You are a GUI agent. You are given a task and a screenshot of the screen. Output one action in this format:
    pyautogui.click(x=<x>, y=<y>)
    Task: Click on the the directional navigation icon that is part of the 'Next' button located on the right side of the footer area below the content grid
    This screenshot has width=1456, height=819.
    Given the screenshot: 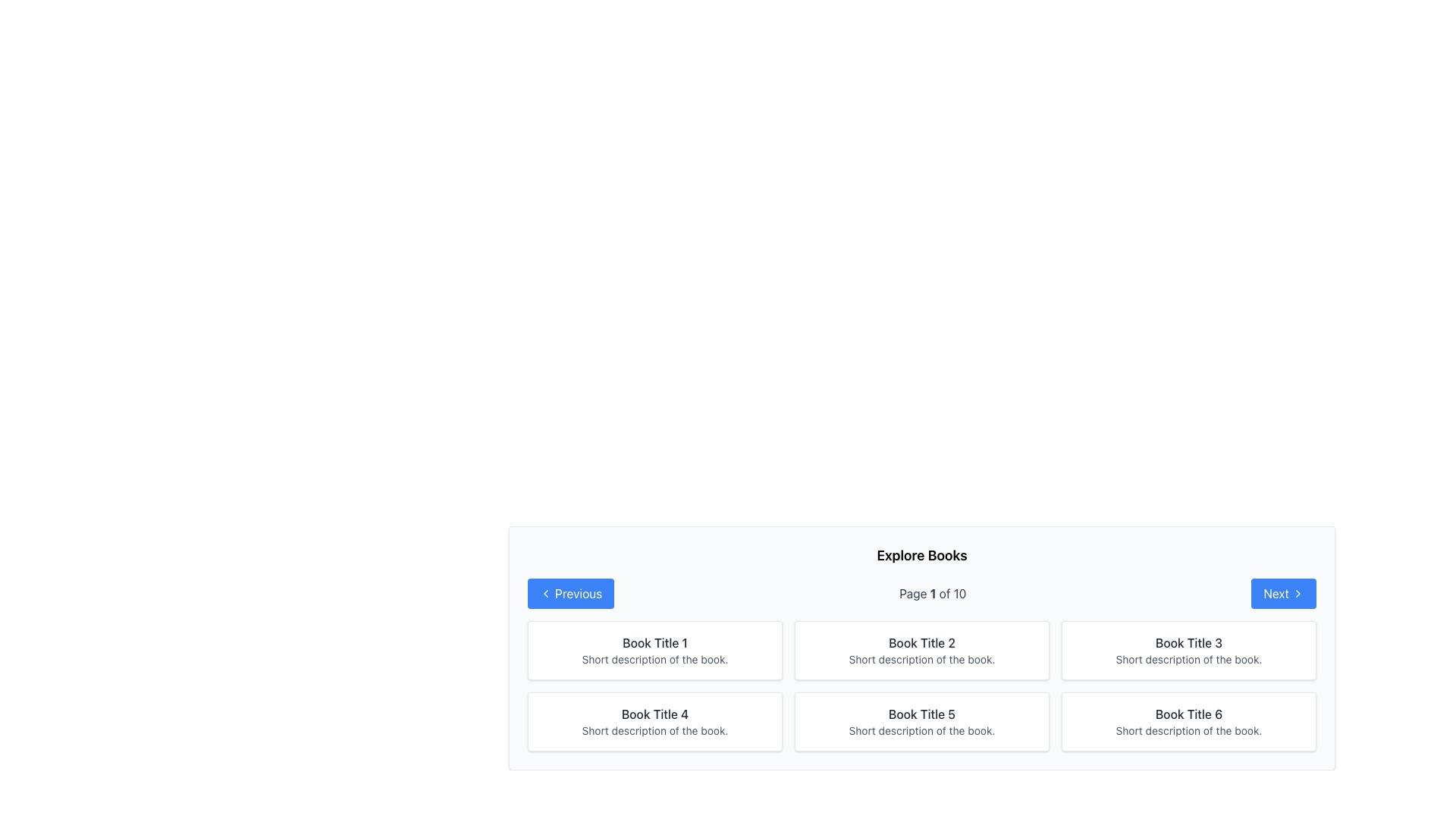 What is the action you would take?
    pyautogui.click(x=1298, y=593)
    